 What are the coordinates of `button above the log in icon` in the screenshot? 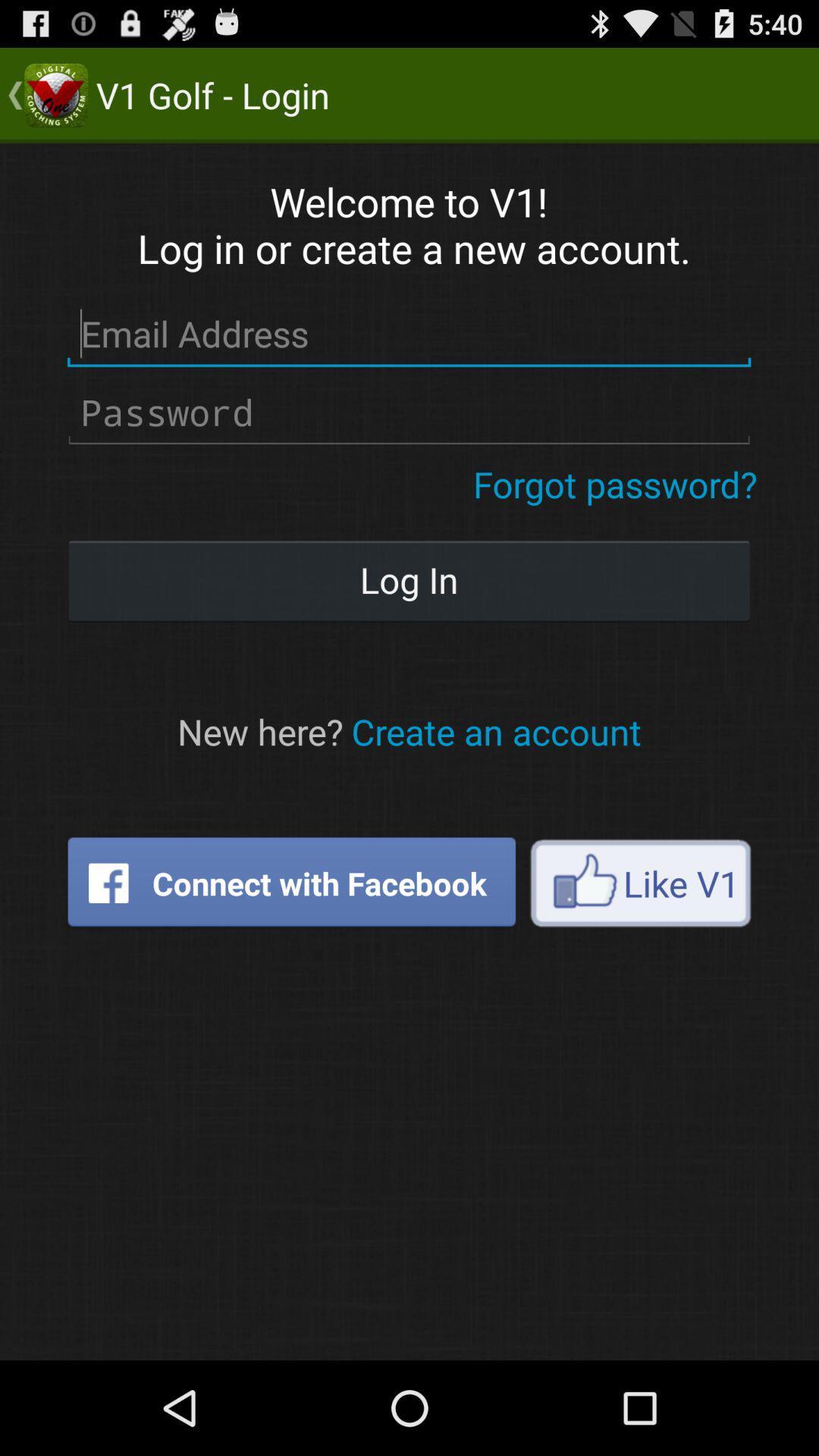 It's located at (615, 483).